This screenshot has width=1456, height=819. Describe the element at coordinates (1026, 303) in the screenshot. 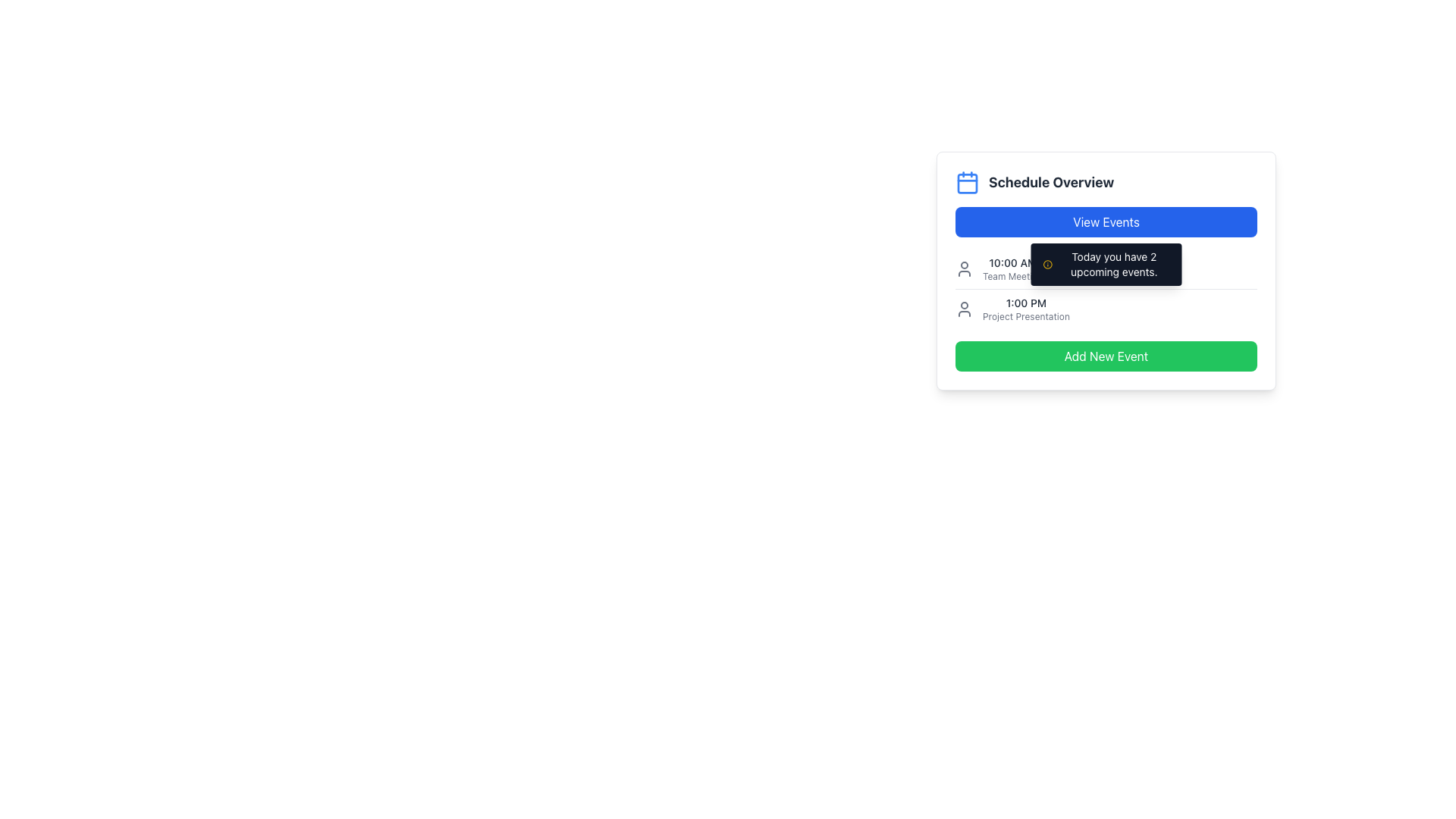

I see `static text component displaying the time '1:00 PM' located on the right side of the second event item in the 'Schedule Overview' panel` at that location.